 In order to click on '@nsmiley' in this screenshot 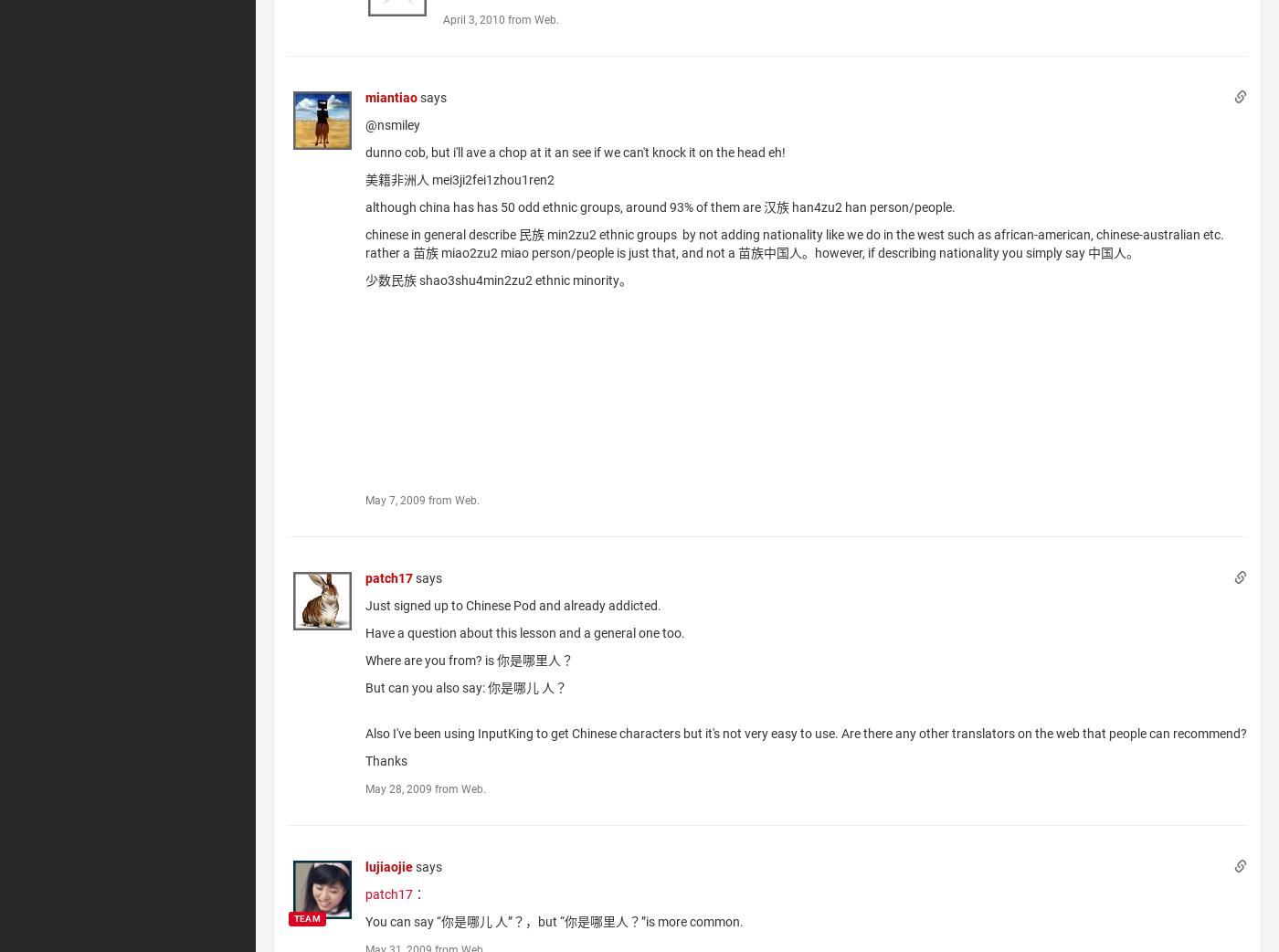, I will do `click(392, 123)`.